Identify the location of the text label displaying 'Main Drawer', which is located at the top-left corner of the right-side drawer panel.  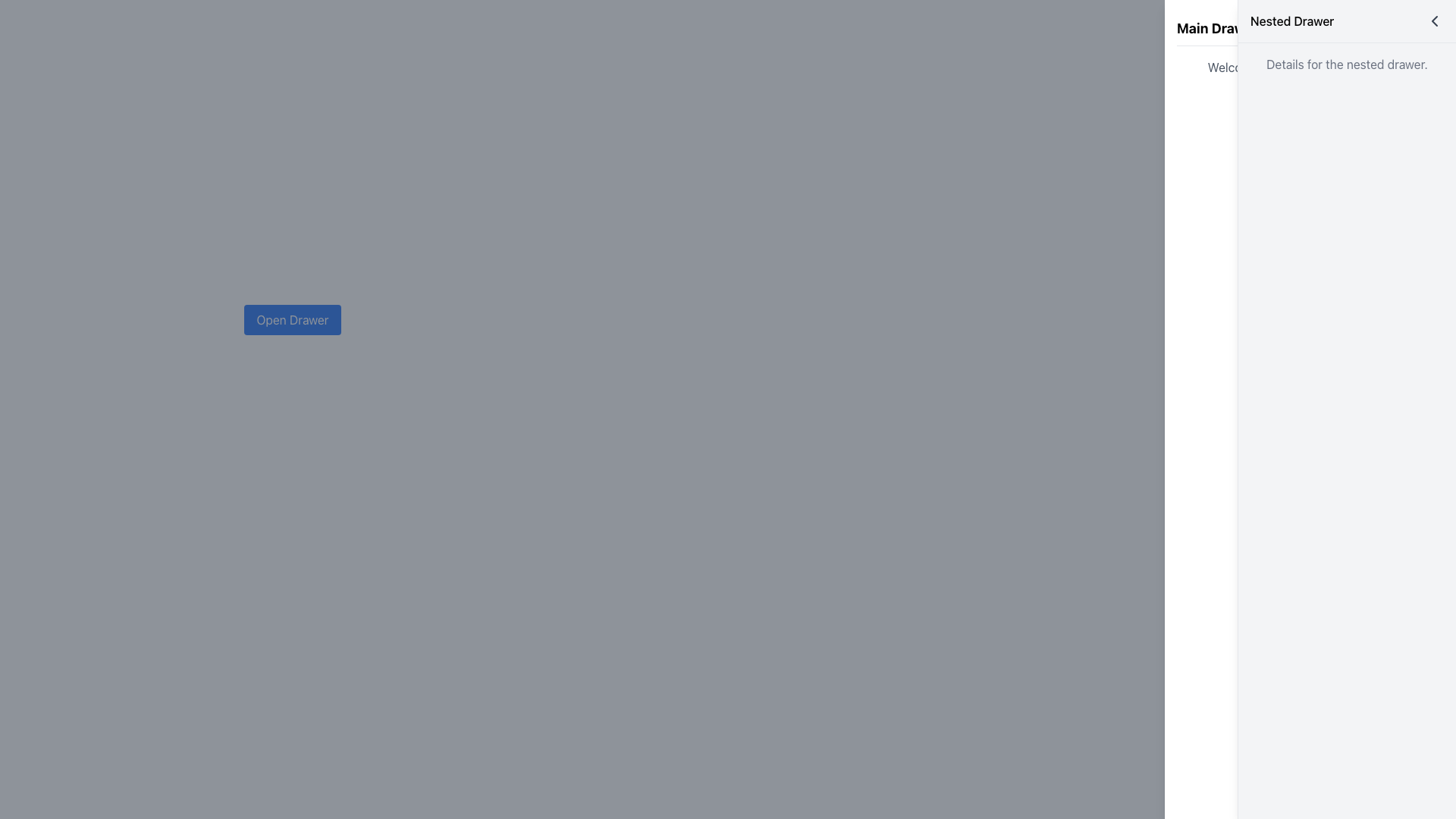
(1217, 29).